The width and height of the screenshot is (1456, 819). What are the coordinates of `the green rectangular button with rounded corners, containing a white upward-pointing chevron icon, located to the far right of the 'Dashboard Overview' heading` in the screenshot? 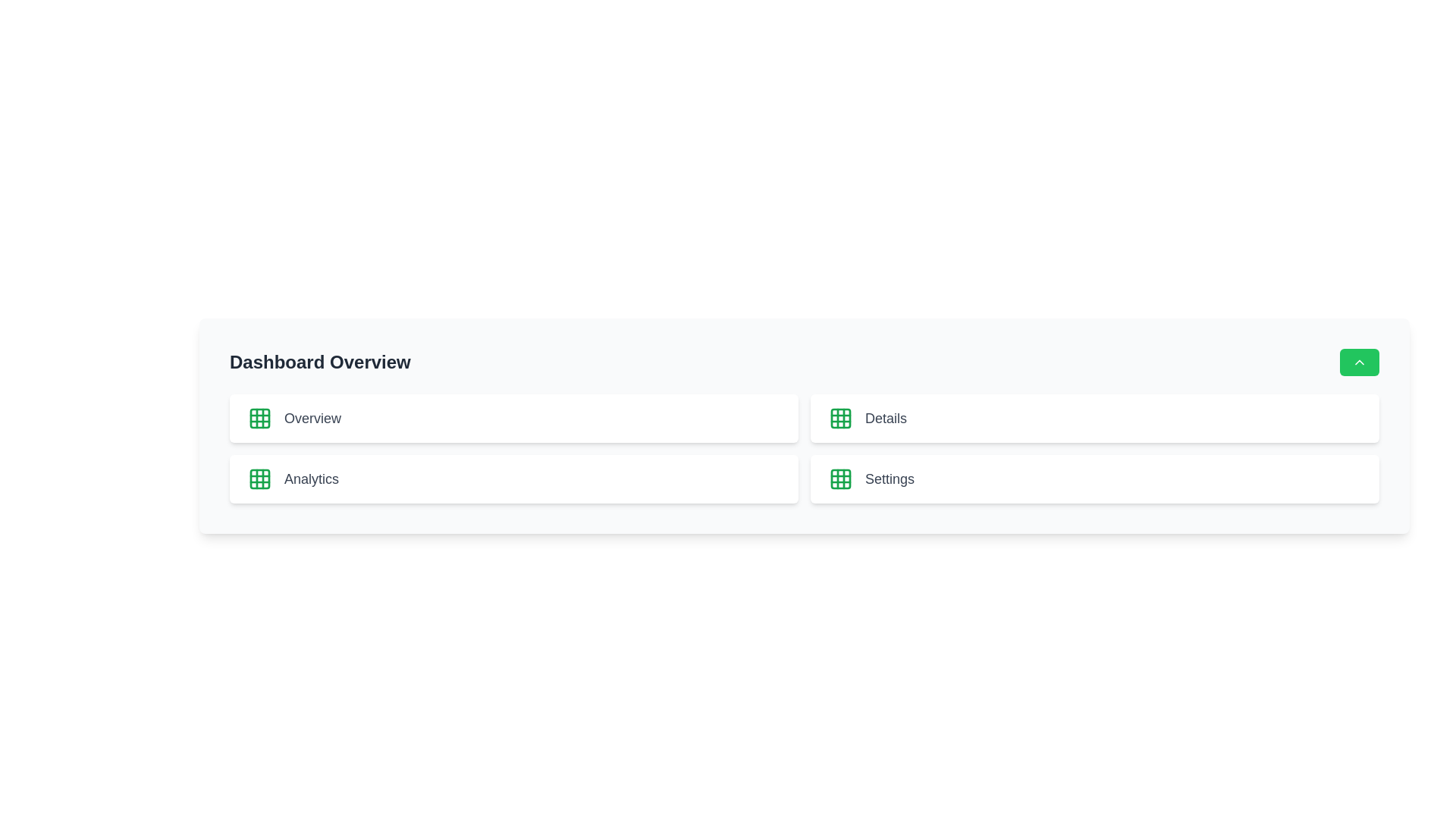 It's located at (1360, 362).